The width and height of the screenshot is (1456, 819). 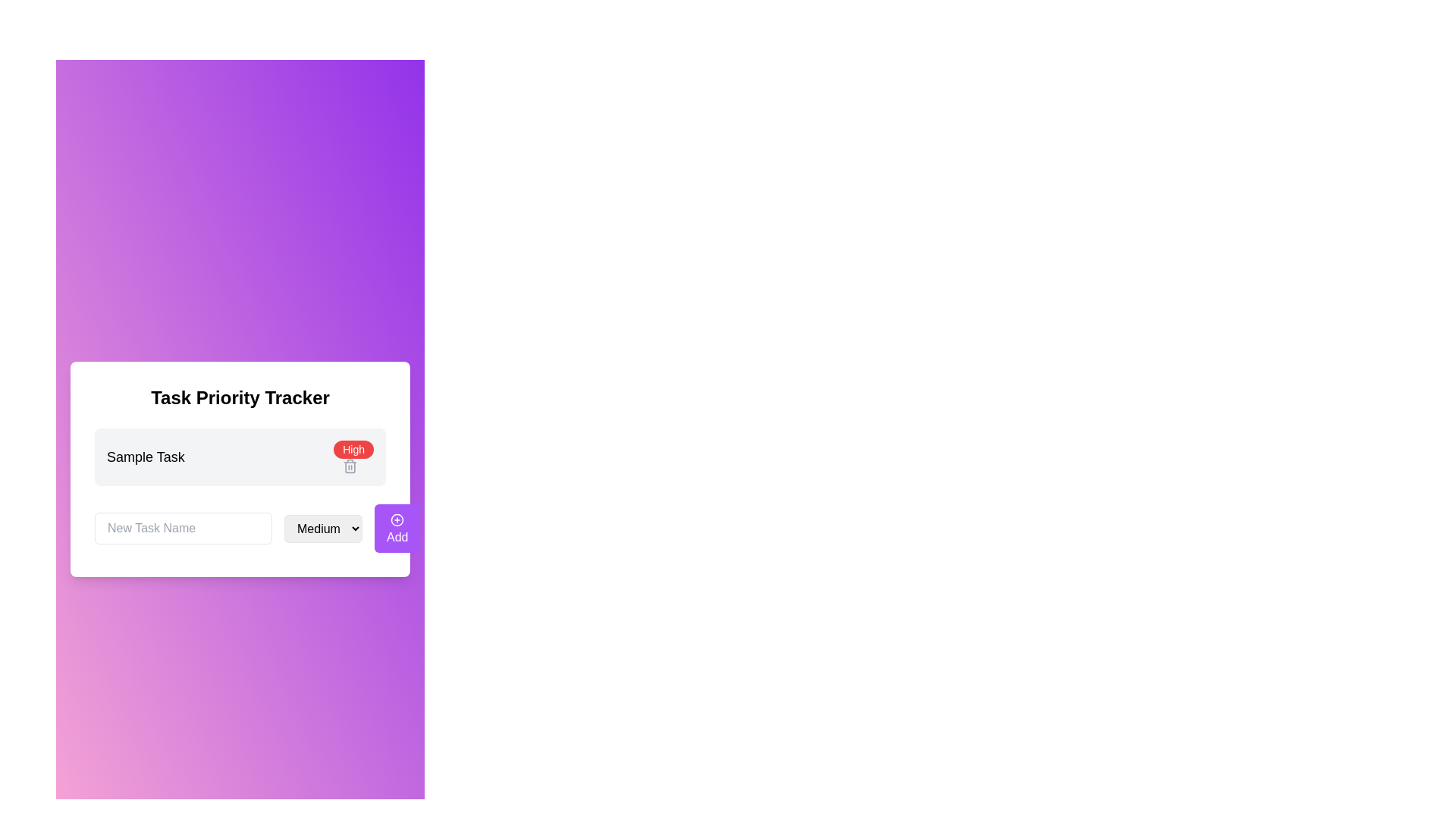 What do you see at coordinates (182, 528) in the screenshot?
I see `the text input field with placeholder text 'New Task Name'` at bounding box center [182, 528].